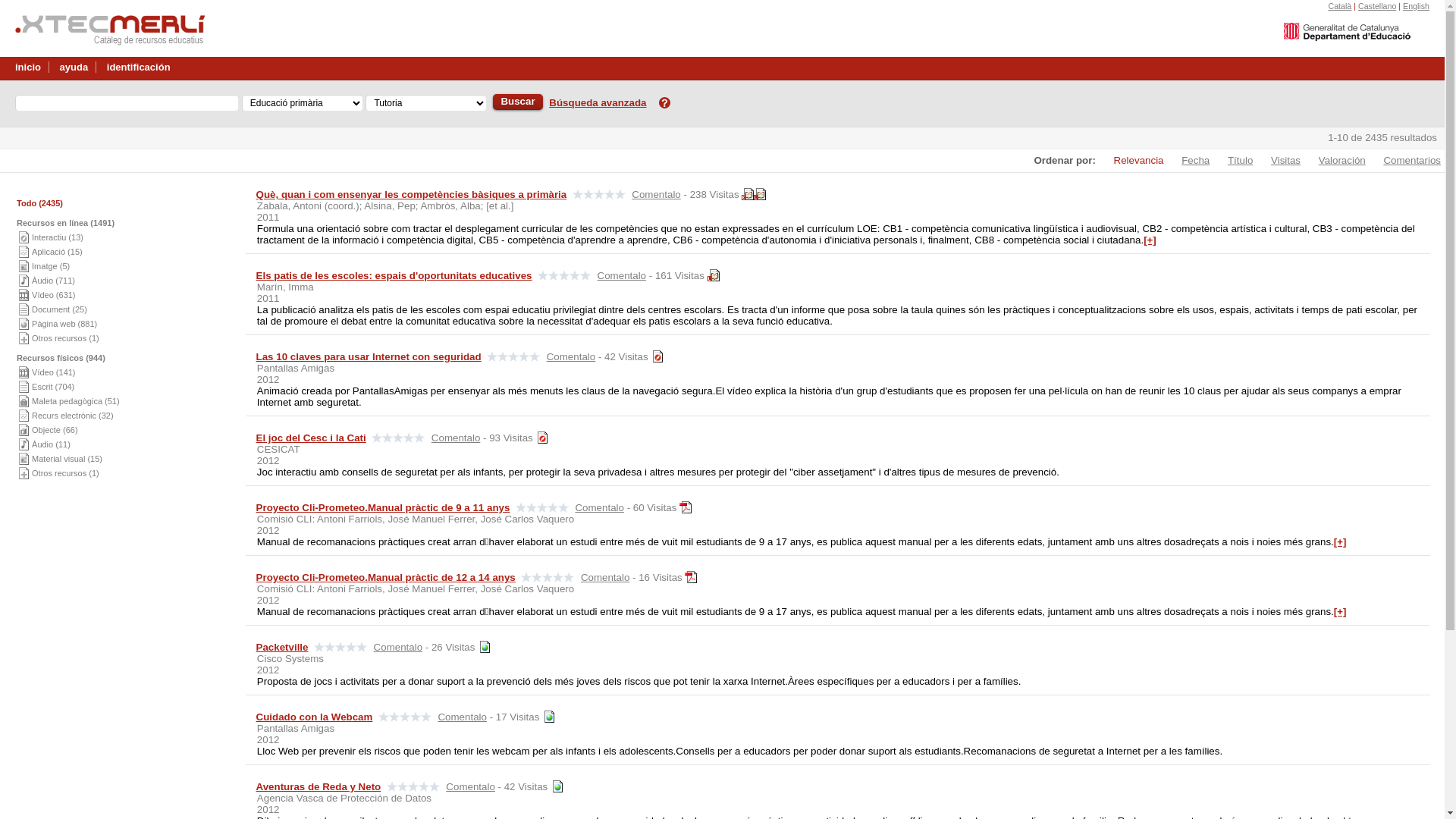 The image size is (1456, 819). I want to click on 'Buscar', so click(517, 102).